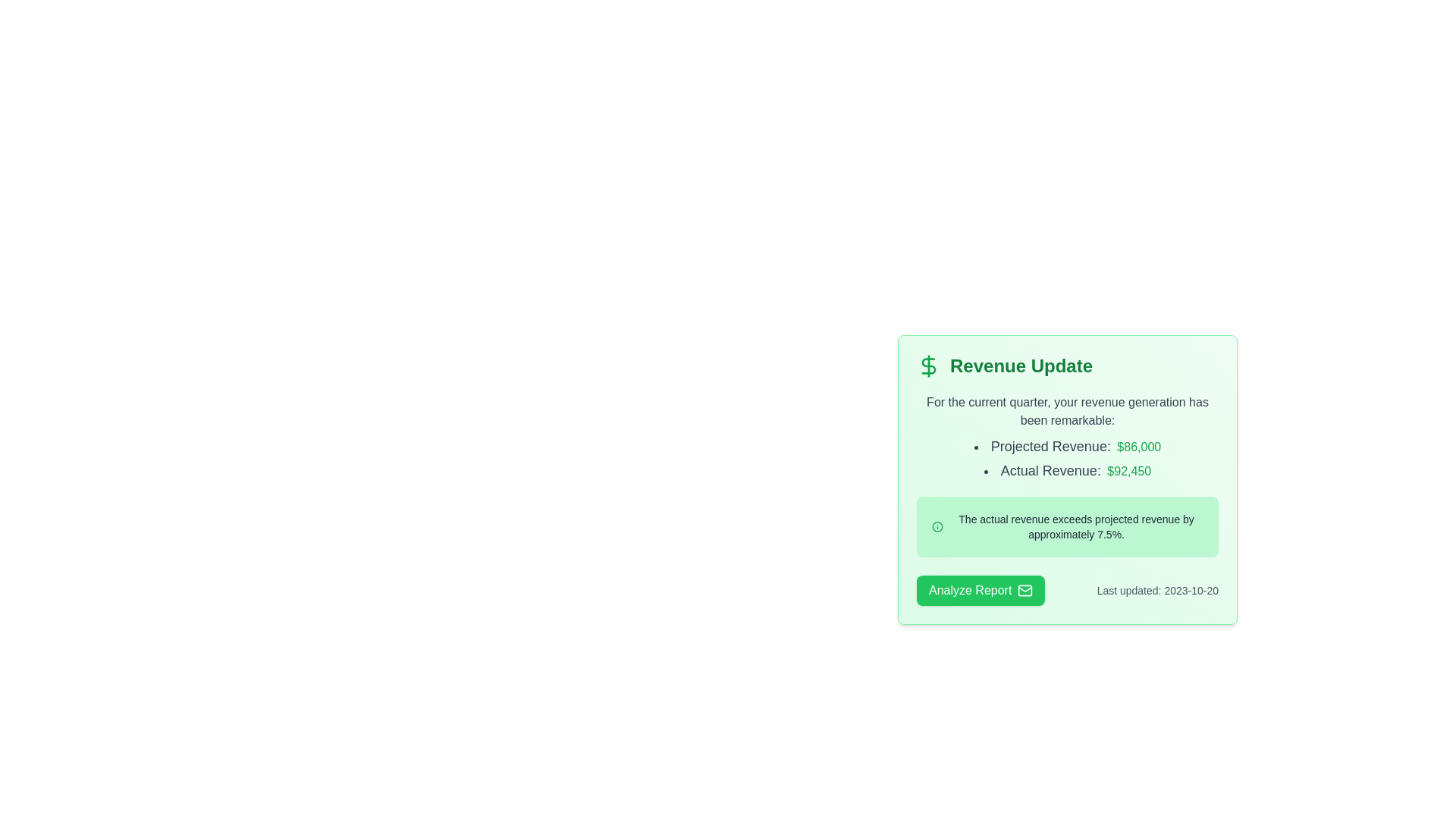  I want to click on the text label displaying 'Actual Revenue:' which is styled as a header and is located in the light green content box under 'Revenue Update', so click(1050, 470).